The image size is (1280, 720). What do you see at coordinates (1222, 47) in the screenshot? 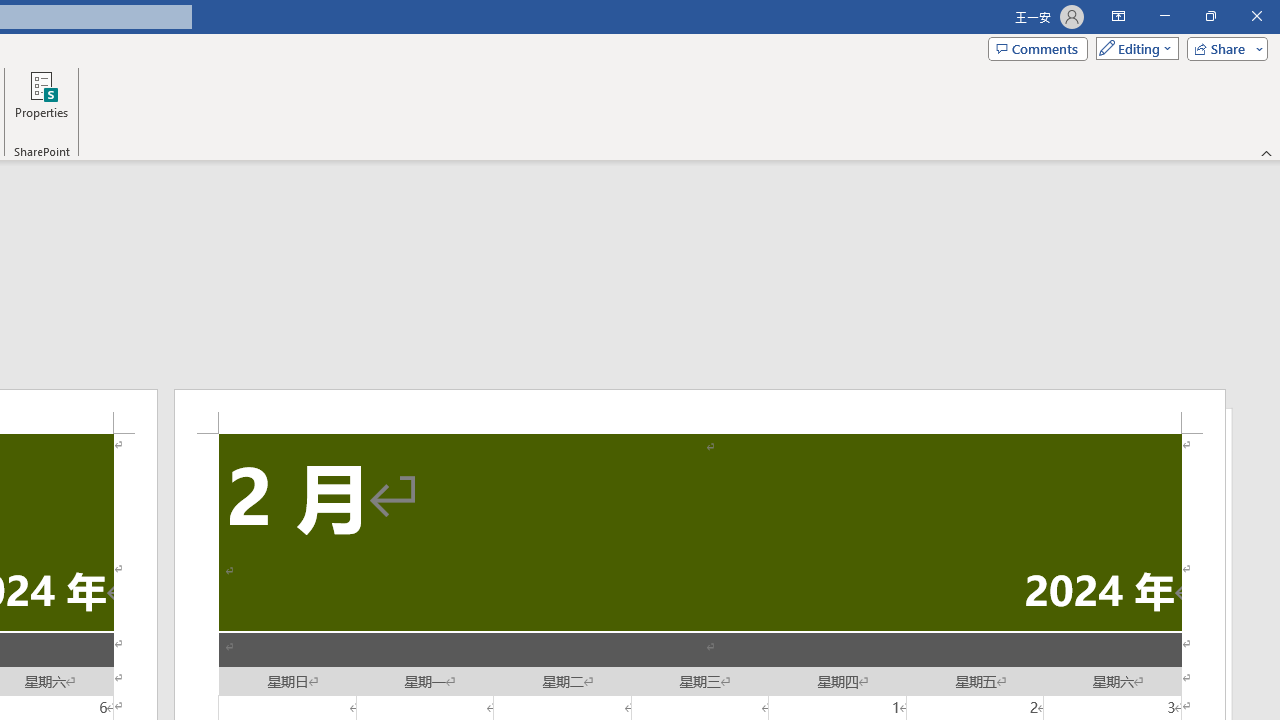
I see `'Share'` at bounding box center [1222, 47].